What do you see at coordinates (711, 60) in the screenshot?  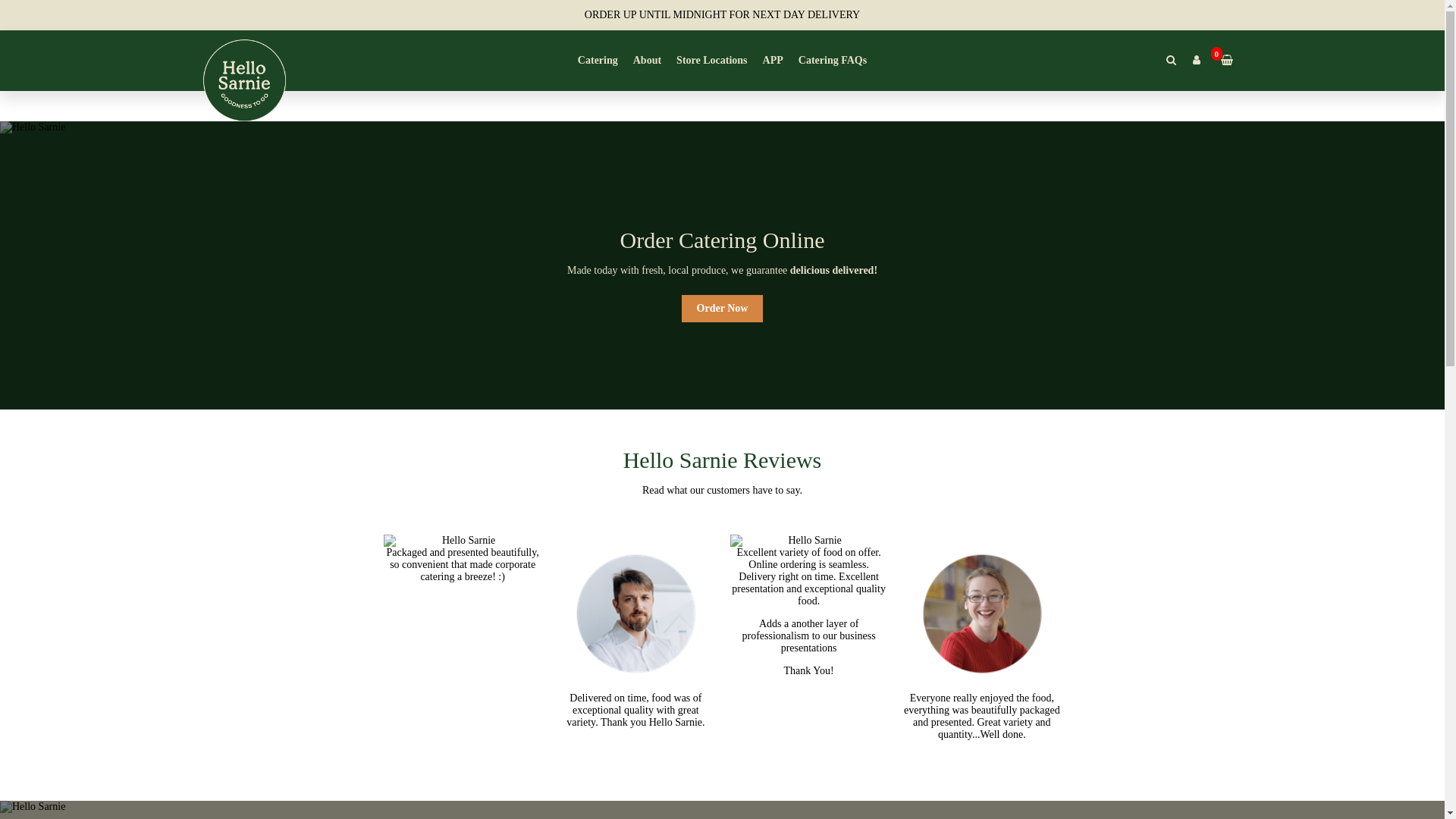 I see `'Store Locations'` at bounding box center [711, 60].